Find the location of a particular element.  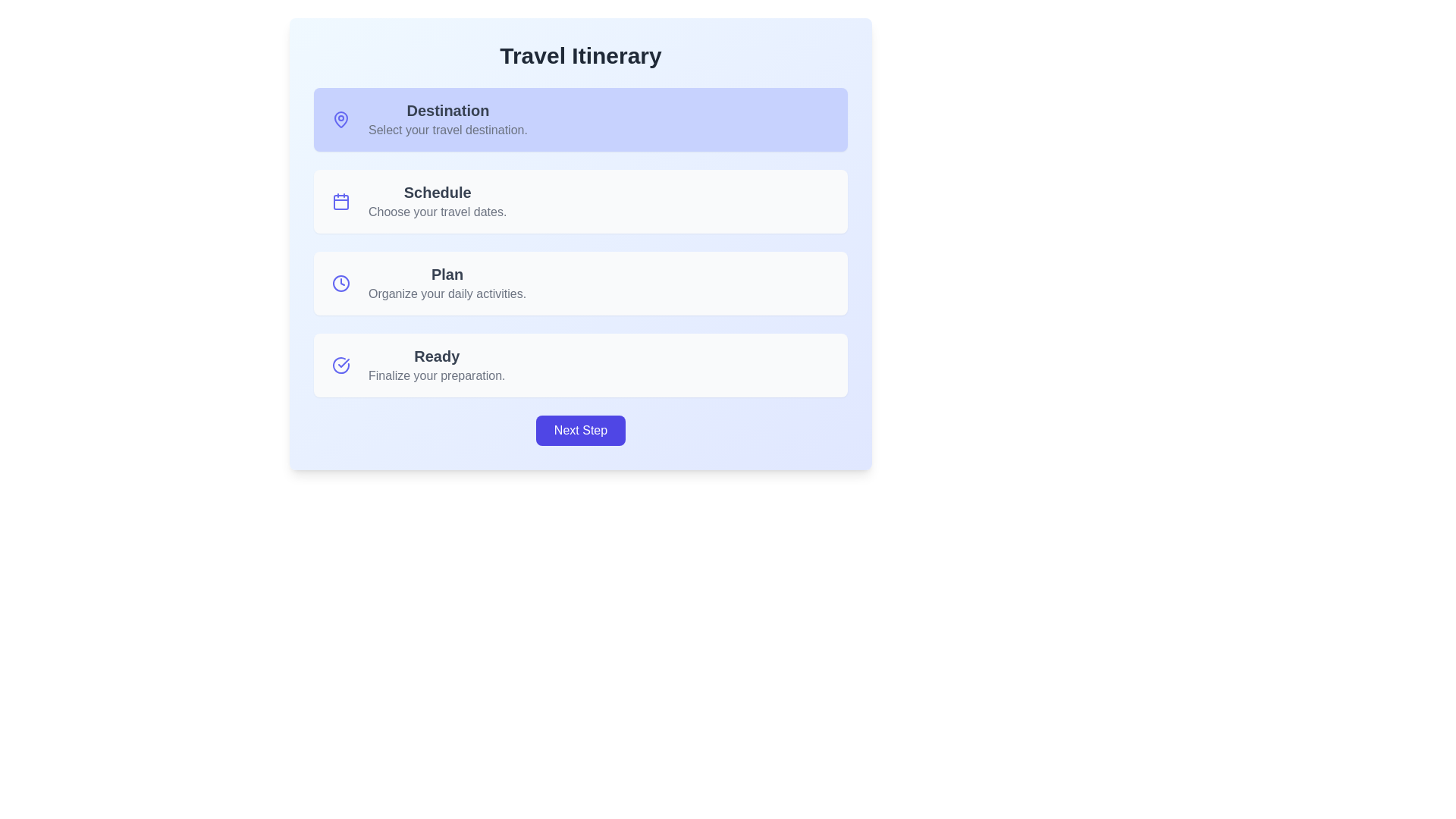

the circular SVG graphics component that serves as a decorative boundary for the clock icon in the 'Plan' section, located in the third card of the interface is located at coordinates (340, 284).